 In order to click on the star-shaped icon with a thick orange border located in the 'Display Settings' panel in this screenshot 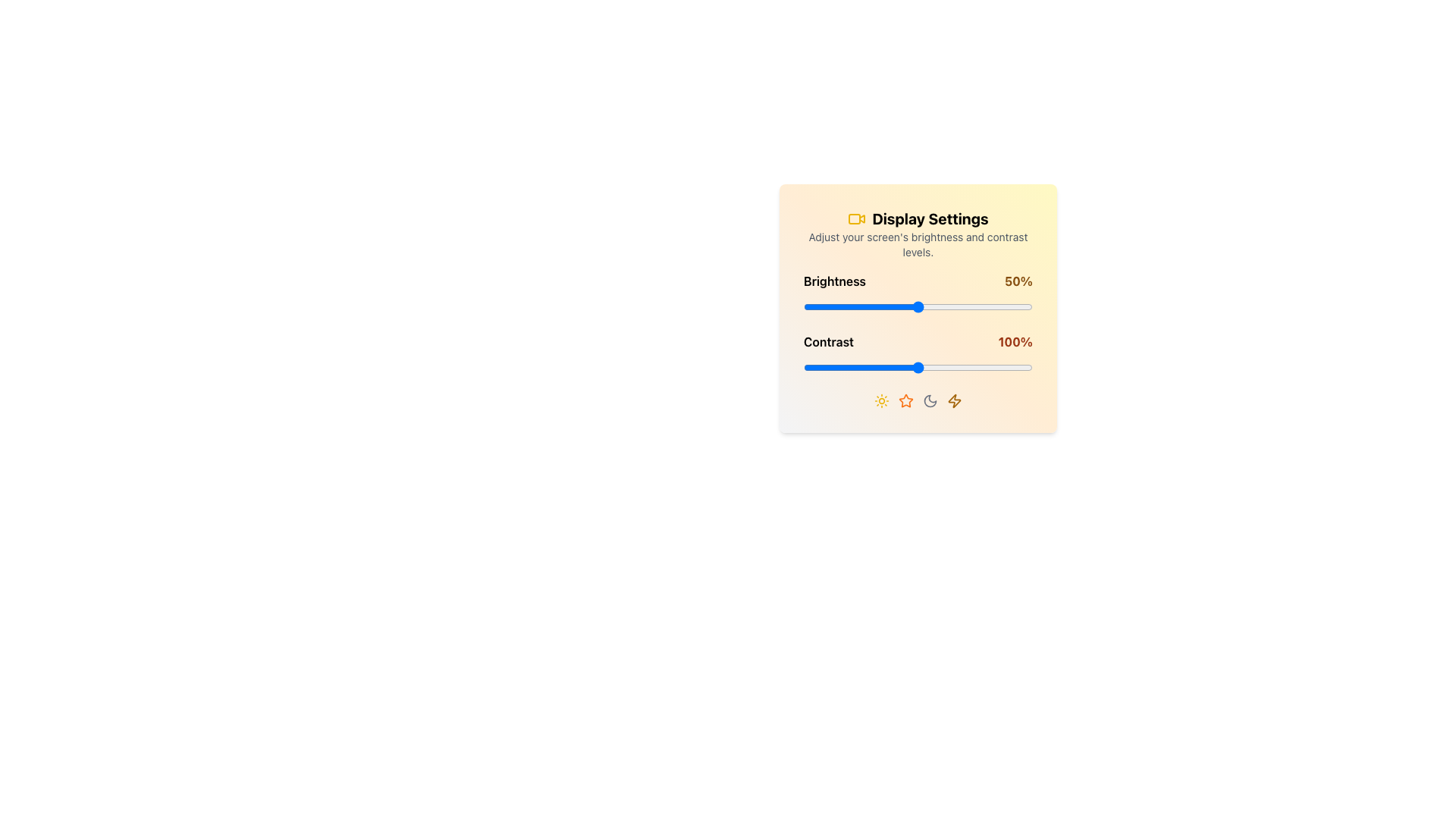, I will do `click(906, 400)`.